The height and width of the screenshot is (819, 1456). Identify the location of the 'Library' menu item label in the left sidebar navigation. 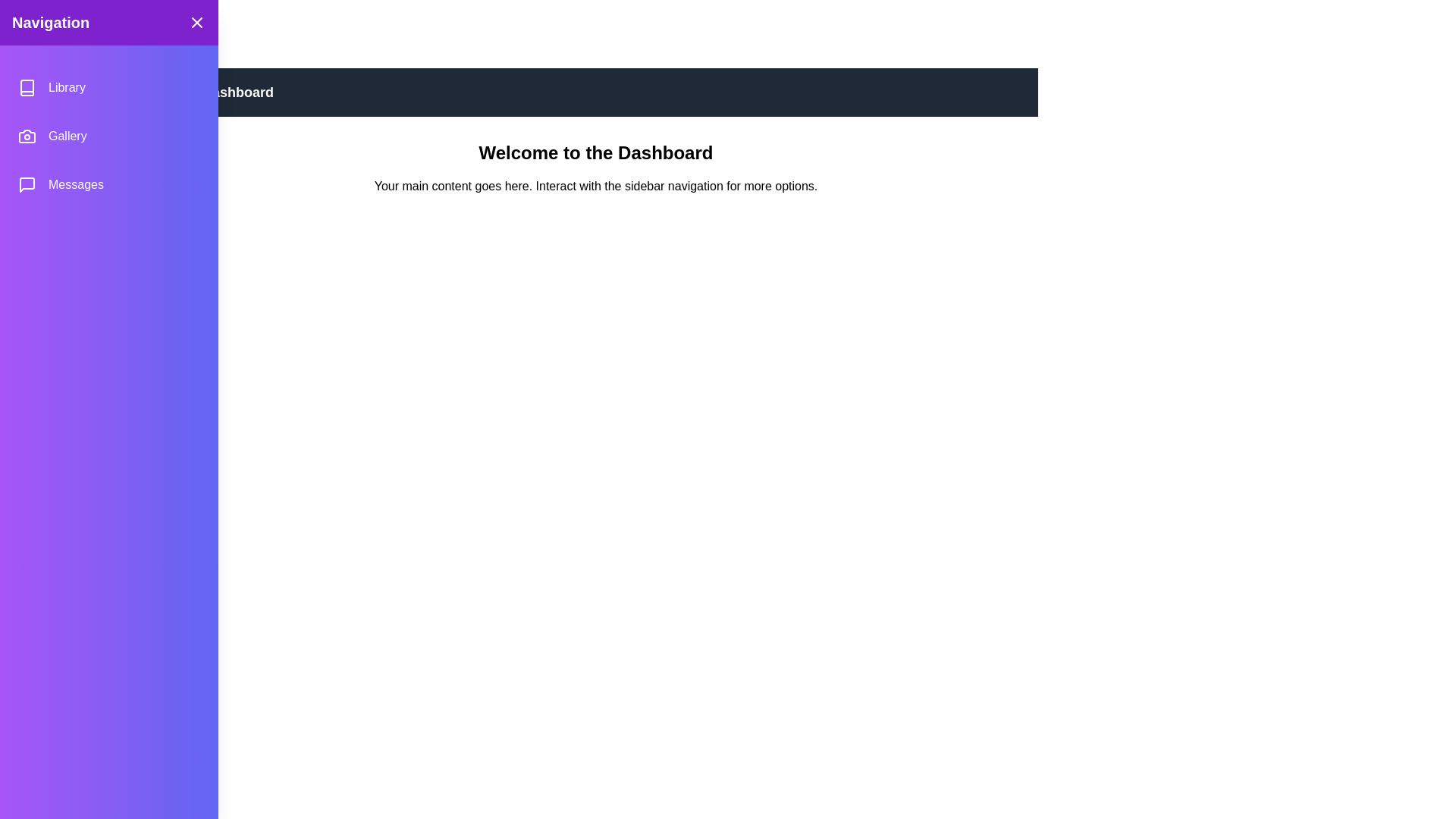
(66, 87).